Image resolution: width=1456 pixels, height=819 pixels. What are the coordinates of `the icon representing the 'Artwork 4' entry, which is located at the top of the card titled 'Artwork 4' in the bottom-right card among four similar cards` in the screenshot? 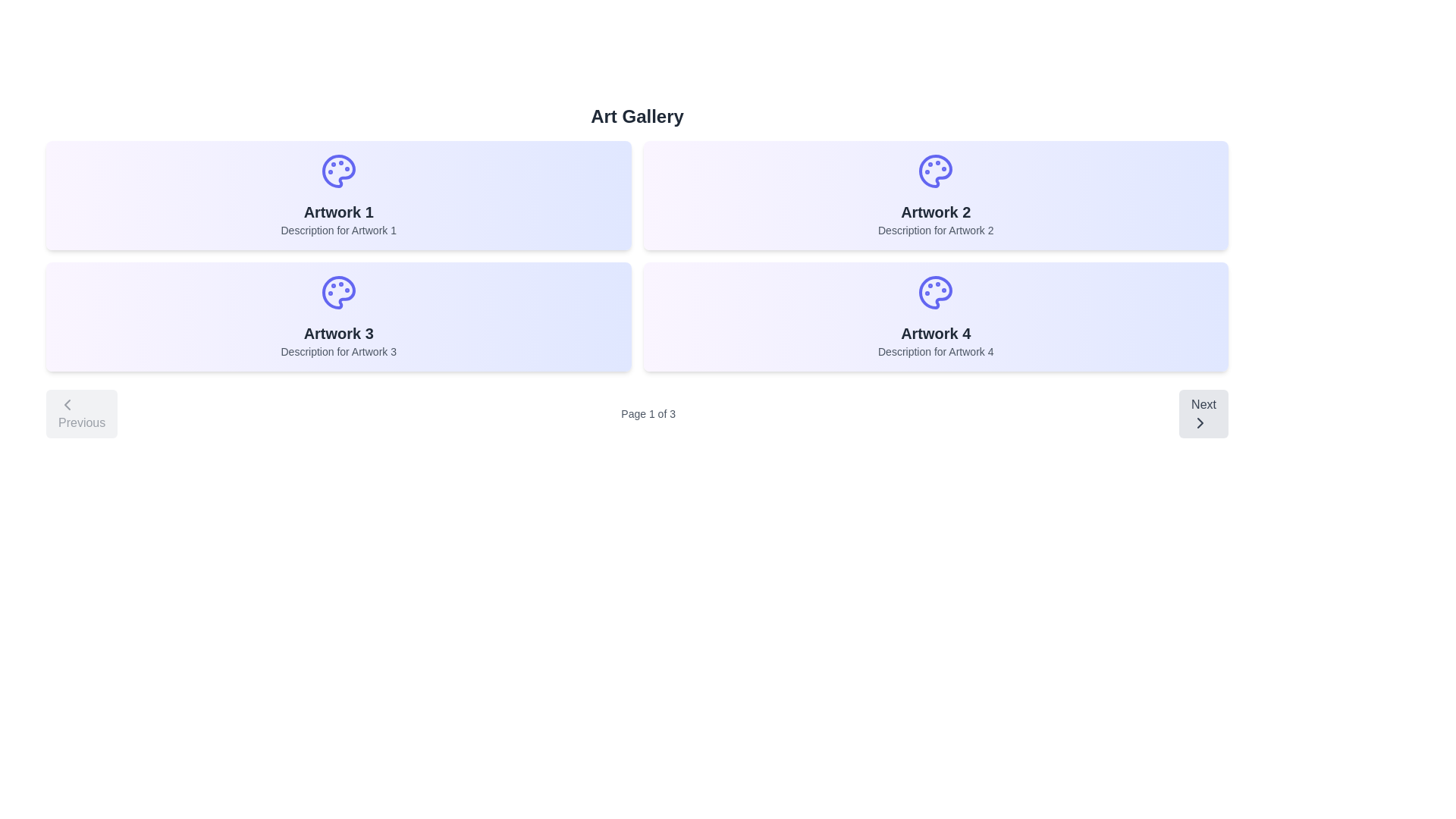 It's located at (935, 292).